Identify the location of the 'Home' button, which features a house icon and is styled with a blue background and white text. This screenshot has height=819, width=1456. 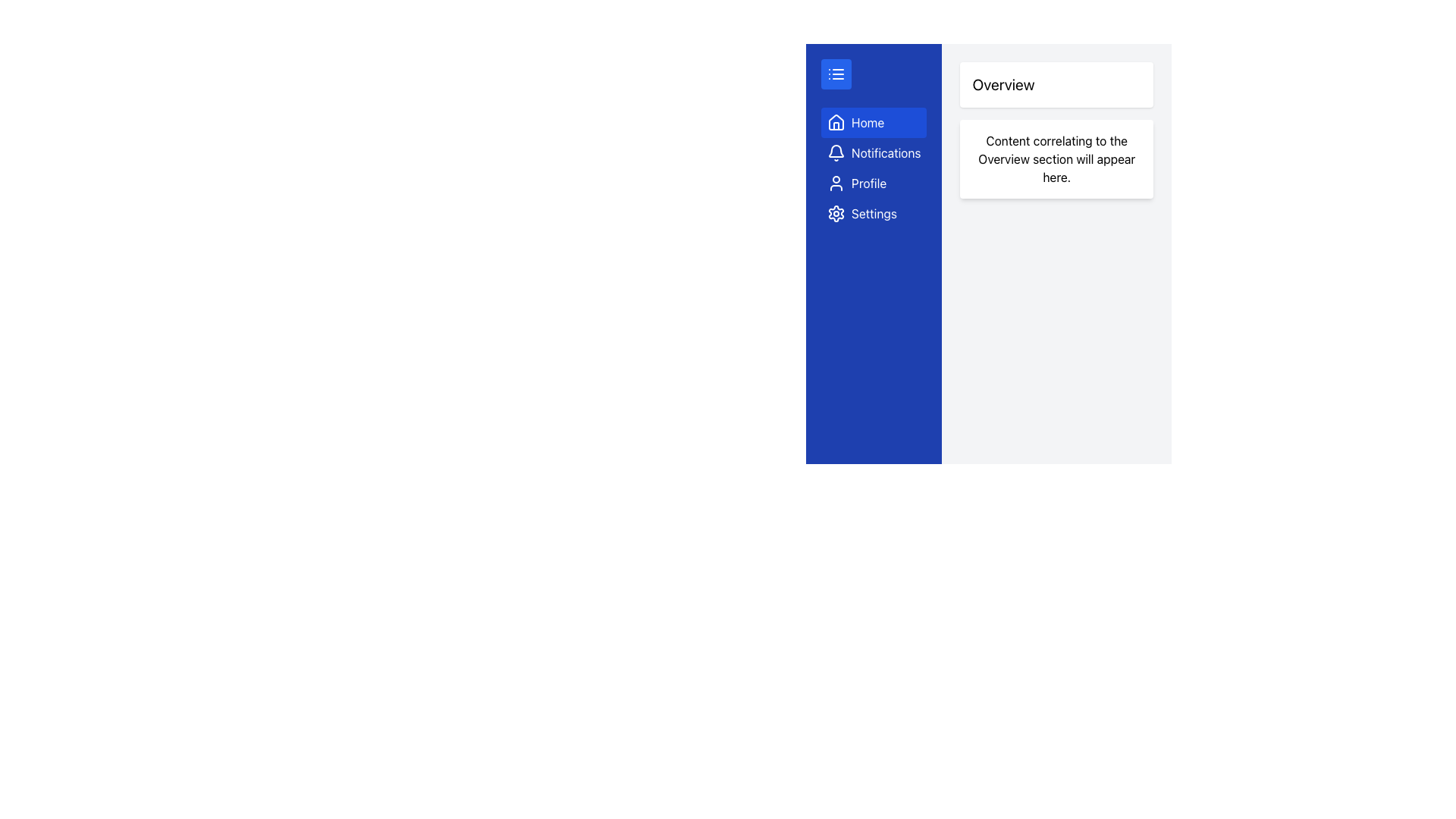
(874, 122).